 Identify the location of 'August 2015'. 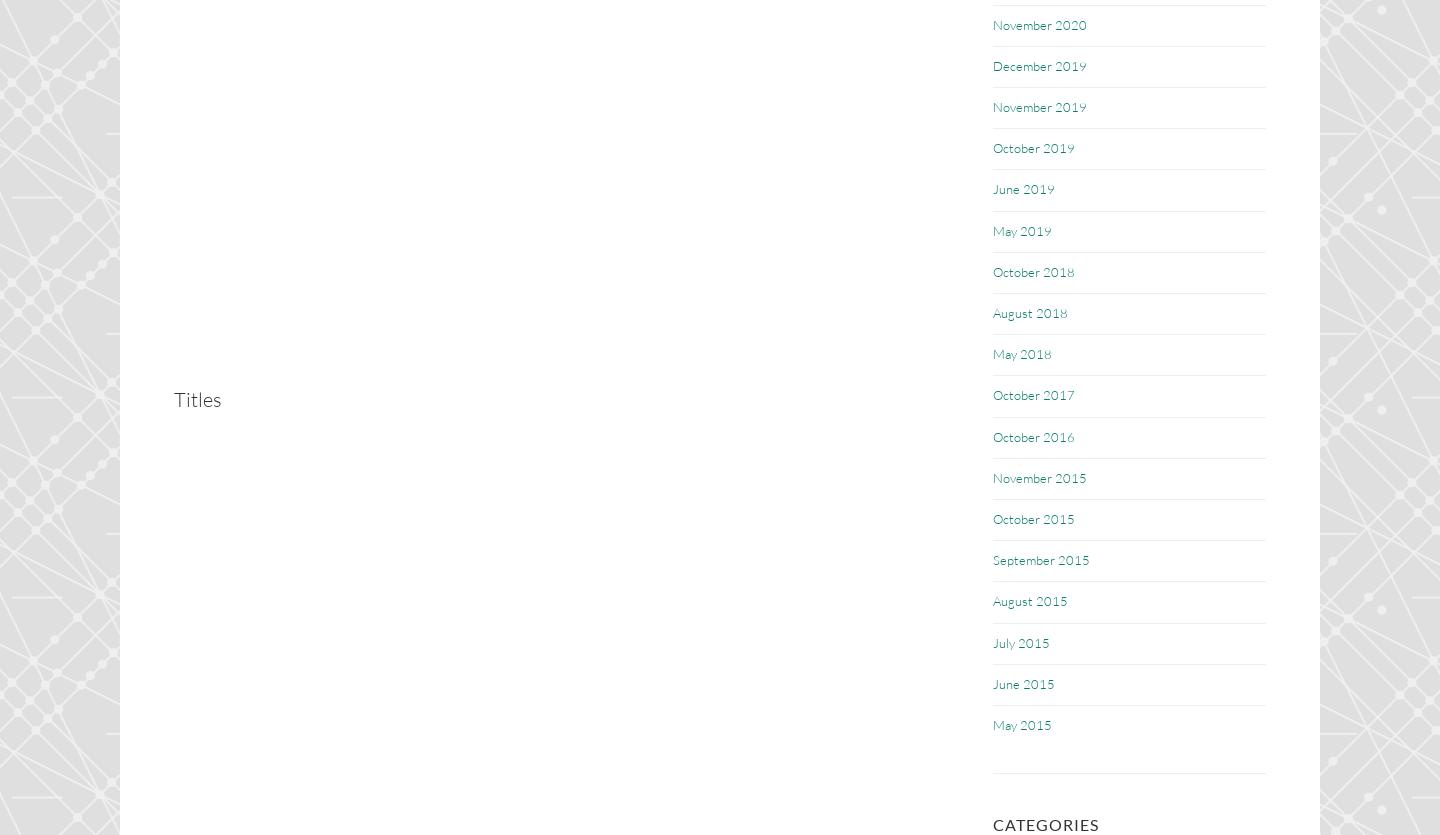
(1030, 600).